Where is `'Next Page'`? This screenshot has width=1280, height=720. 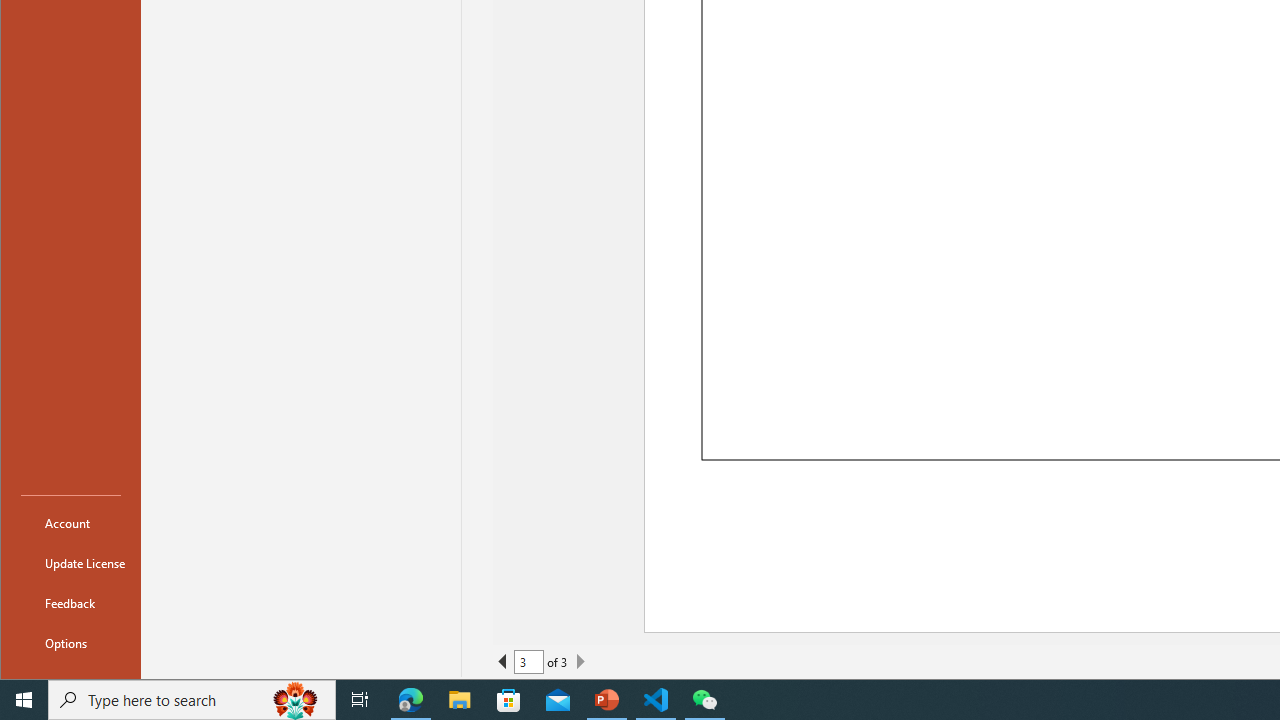 'Next Page' is located at coordinates (579, 662).